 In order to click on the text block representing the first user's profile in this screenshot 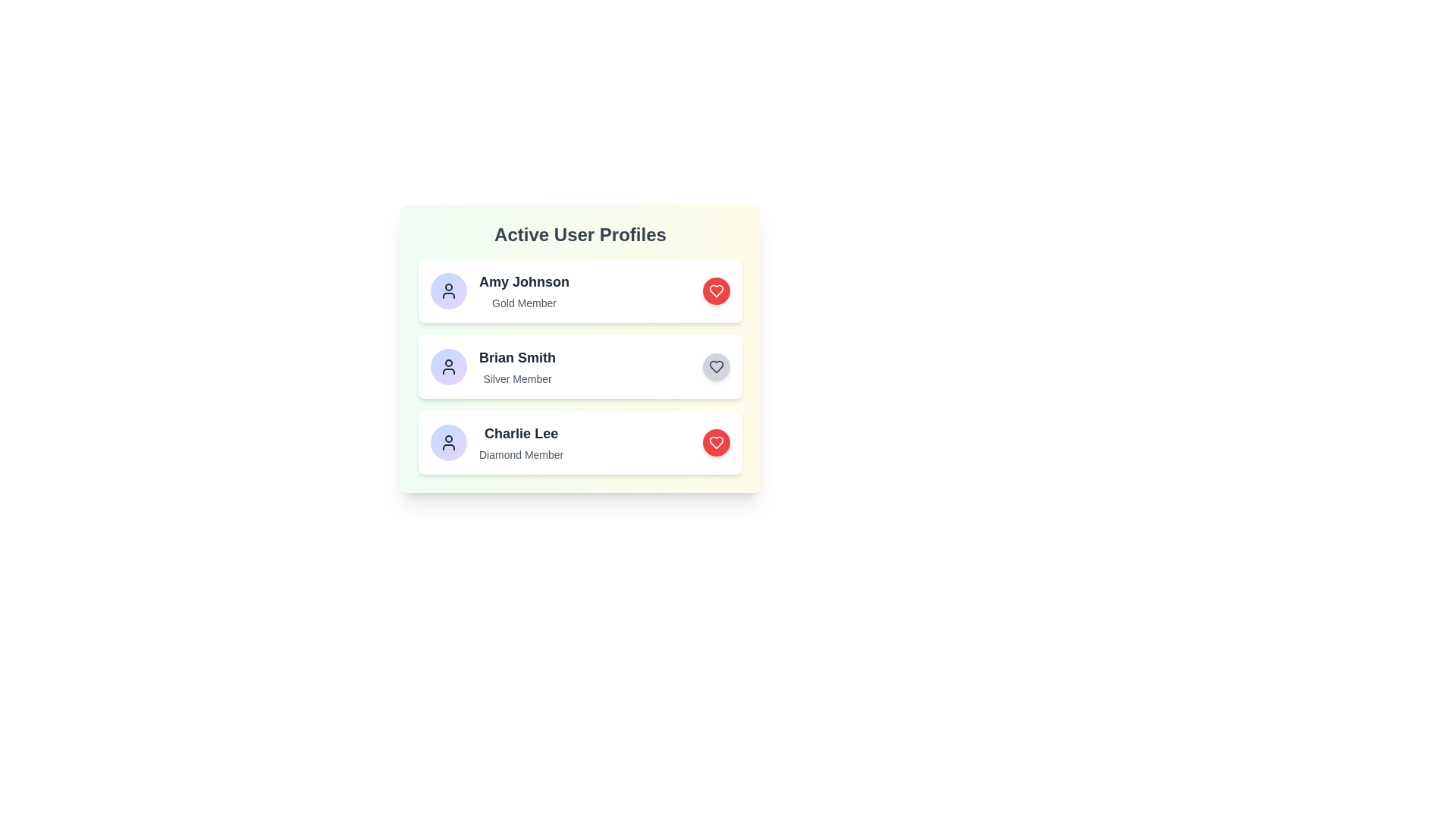, I will do `click(499, 291)`.